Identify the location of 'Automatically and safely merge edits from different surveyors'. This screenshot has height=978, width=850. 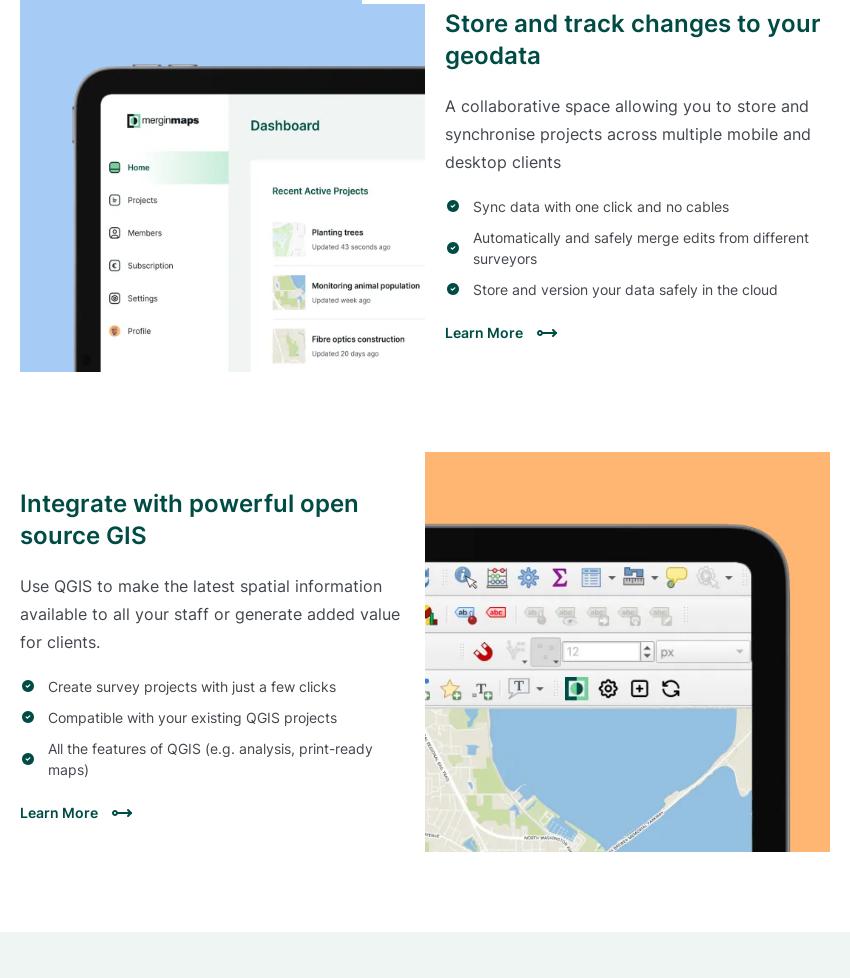
(640, 246).